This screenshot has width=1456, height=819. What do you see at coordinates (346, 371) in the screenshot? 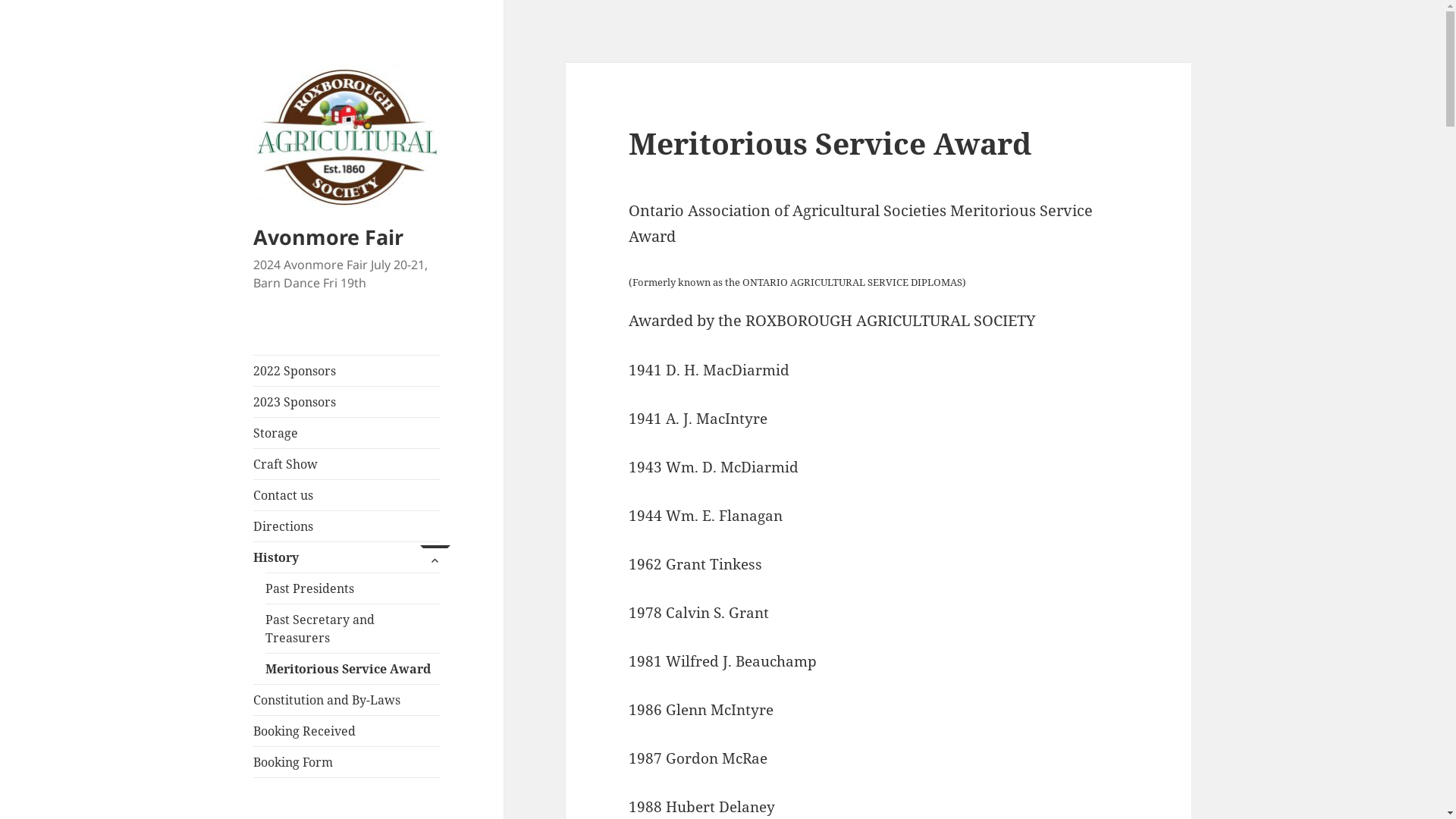
I see `'2022 Sponsors'` at bounding box center [346, 371].